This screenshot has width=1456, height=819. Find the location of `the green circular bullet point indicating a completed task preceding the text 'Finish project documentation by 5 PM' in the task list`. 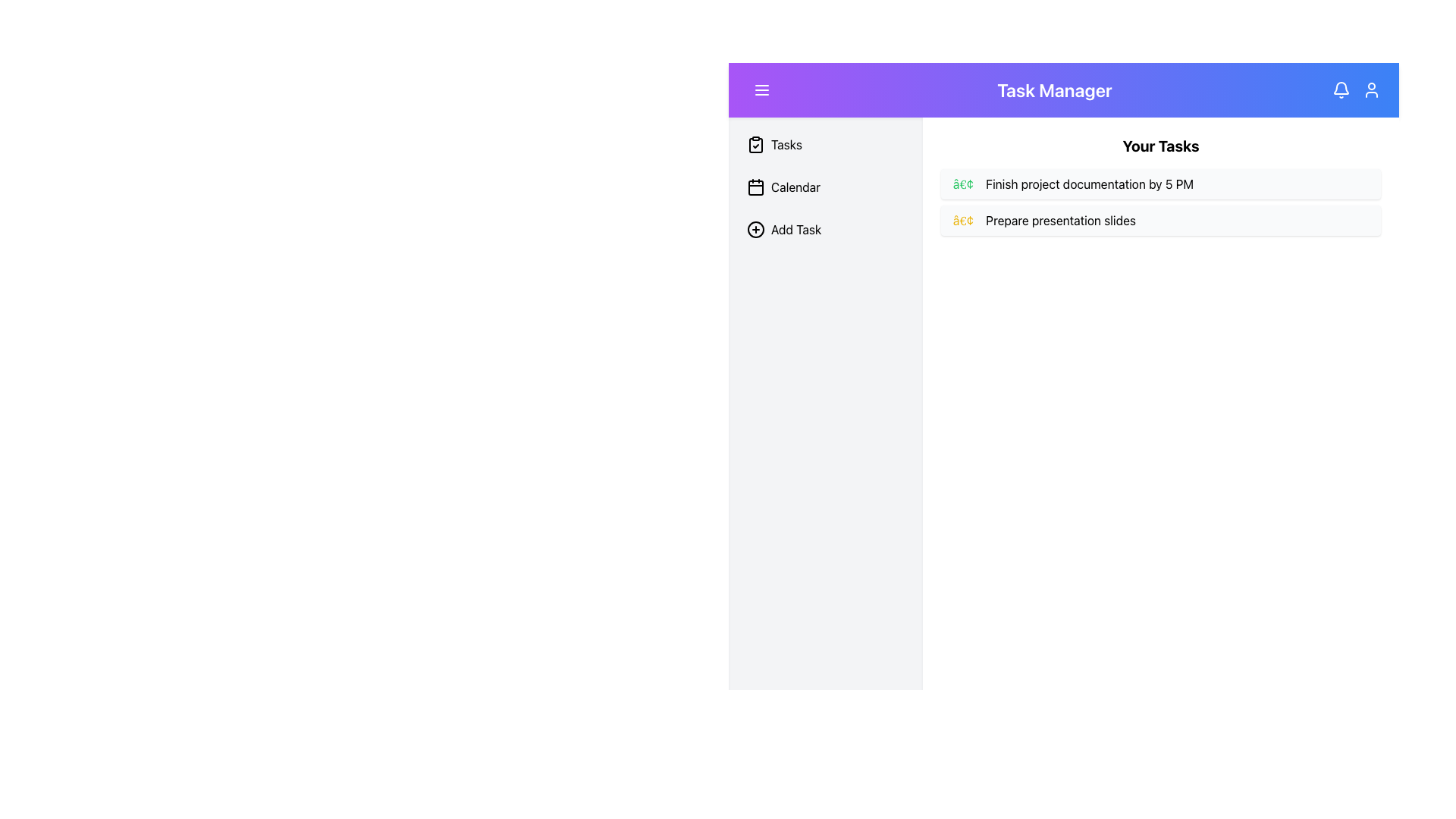

the green circular bullet point indicating a completed task preceding the text 'Finish project documentation by 5 PM' in the task list is located at coordinates (962, 184).